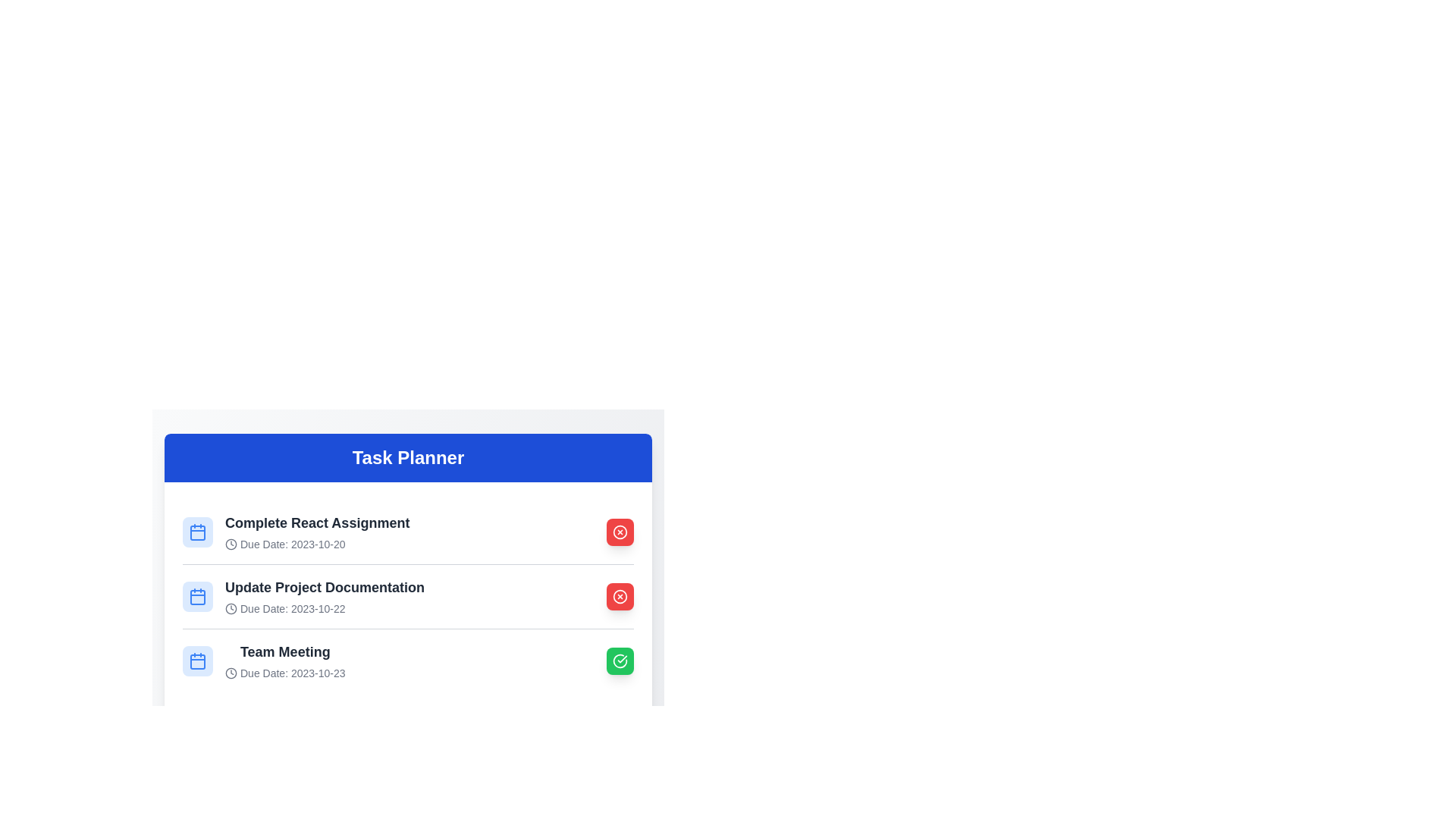 This screenshot has width=1456, height=819. I want to click on displayed text 'Team Meeting' from the large, bold text label located below the 'Task Planner' heading in the task list, so click(285, 651).